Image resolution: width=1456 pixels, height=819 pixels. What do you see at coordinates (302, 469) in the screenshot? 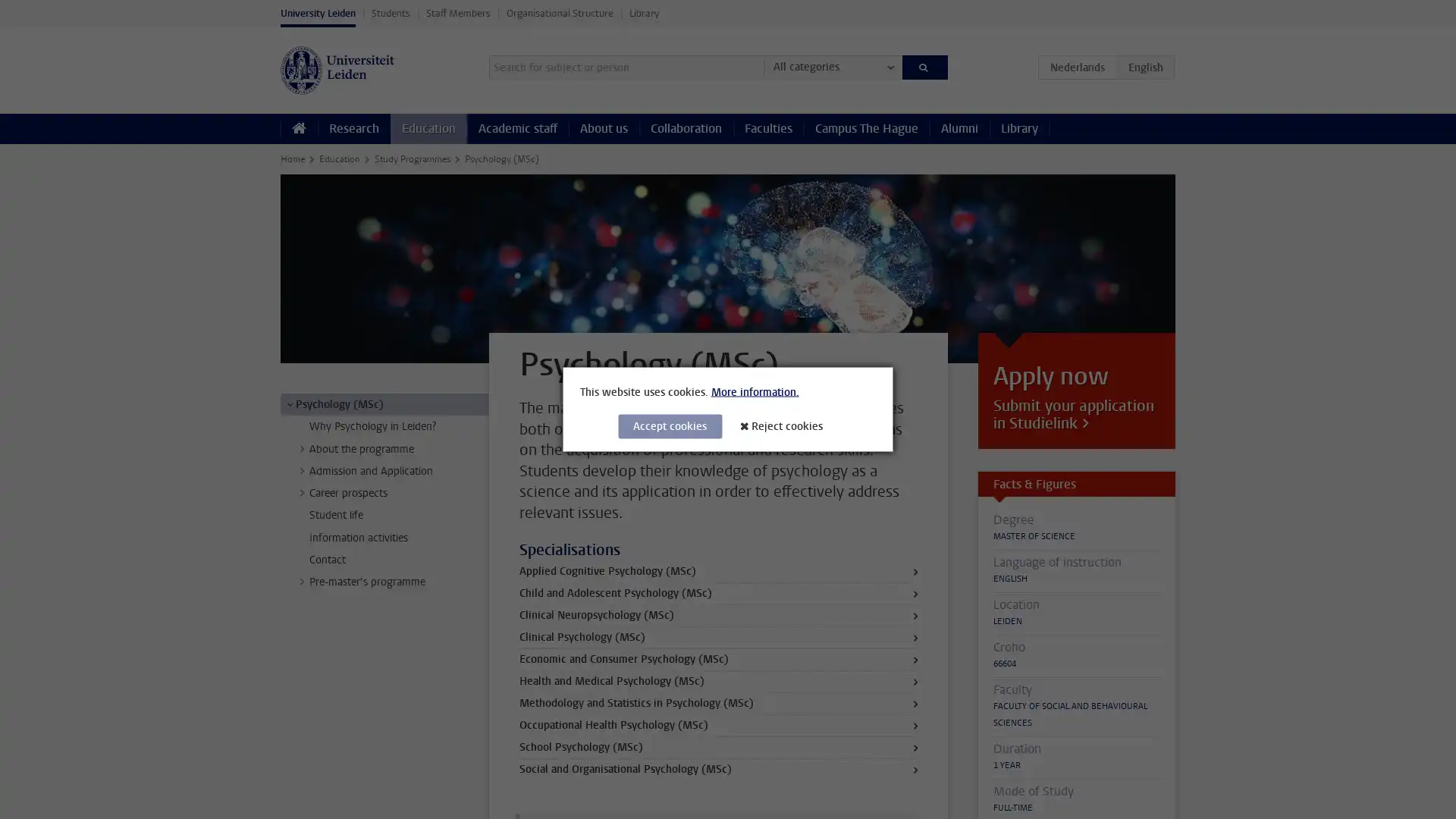
I see `>` at bounding box center [302, 469].